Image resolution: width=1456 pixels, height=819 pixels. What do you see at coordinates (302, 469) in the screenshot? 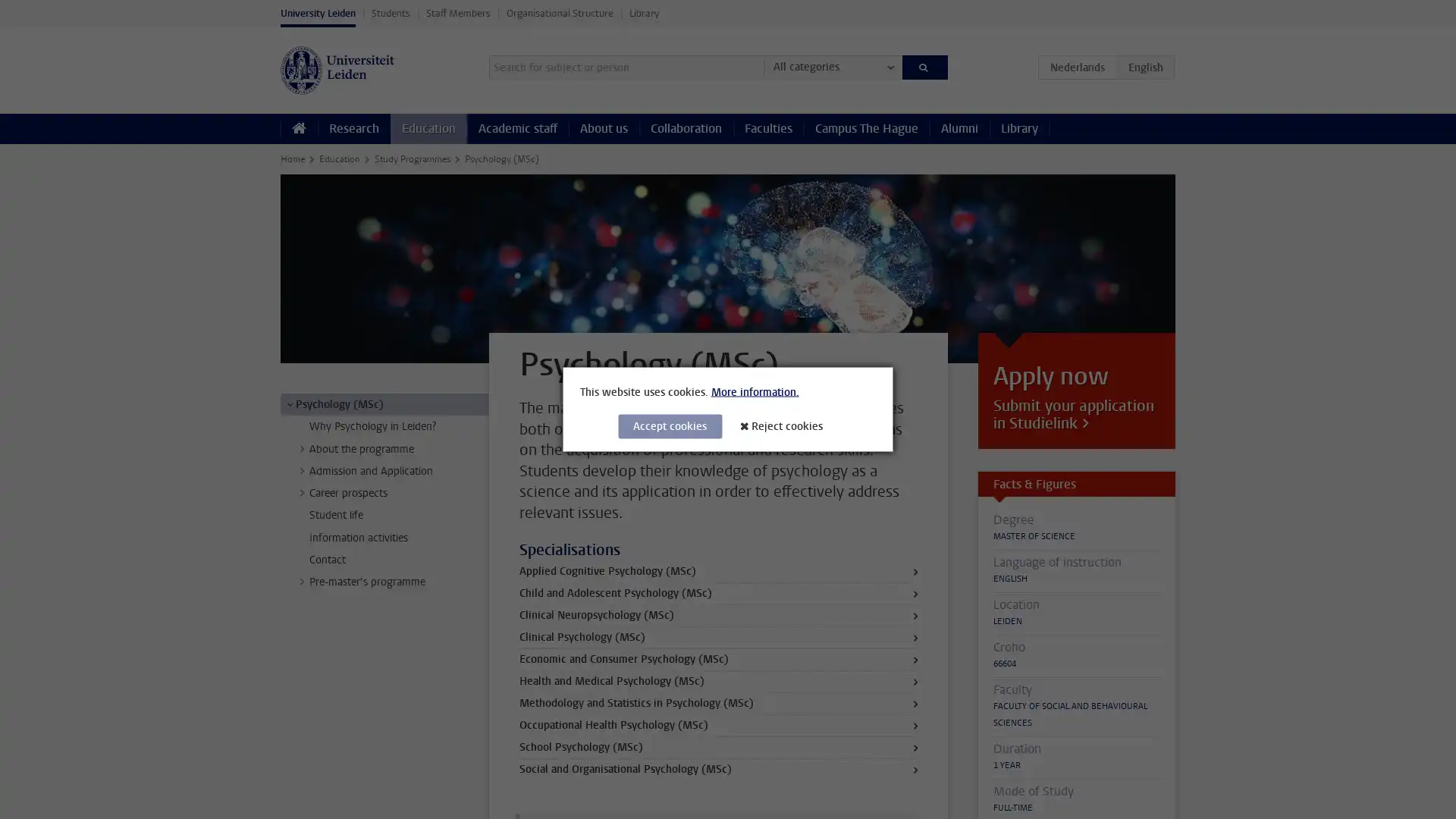
I see `>` at bounding box center [302, 469].